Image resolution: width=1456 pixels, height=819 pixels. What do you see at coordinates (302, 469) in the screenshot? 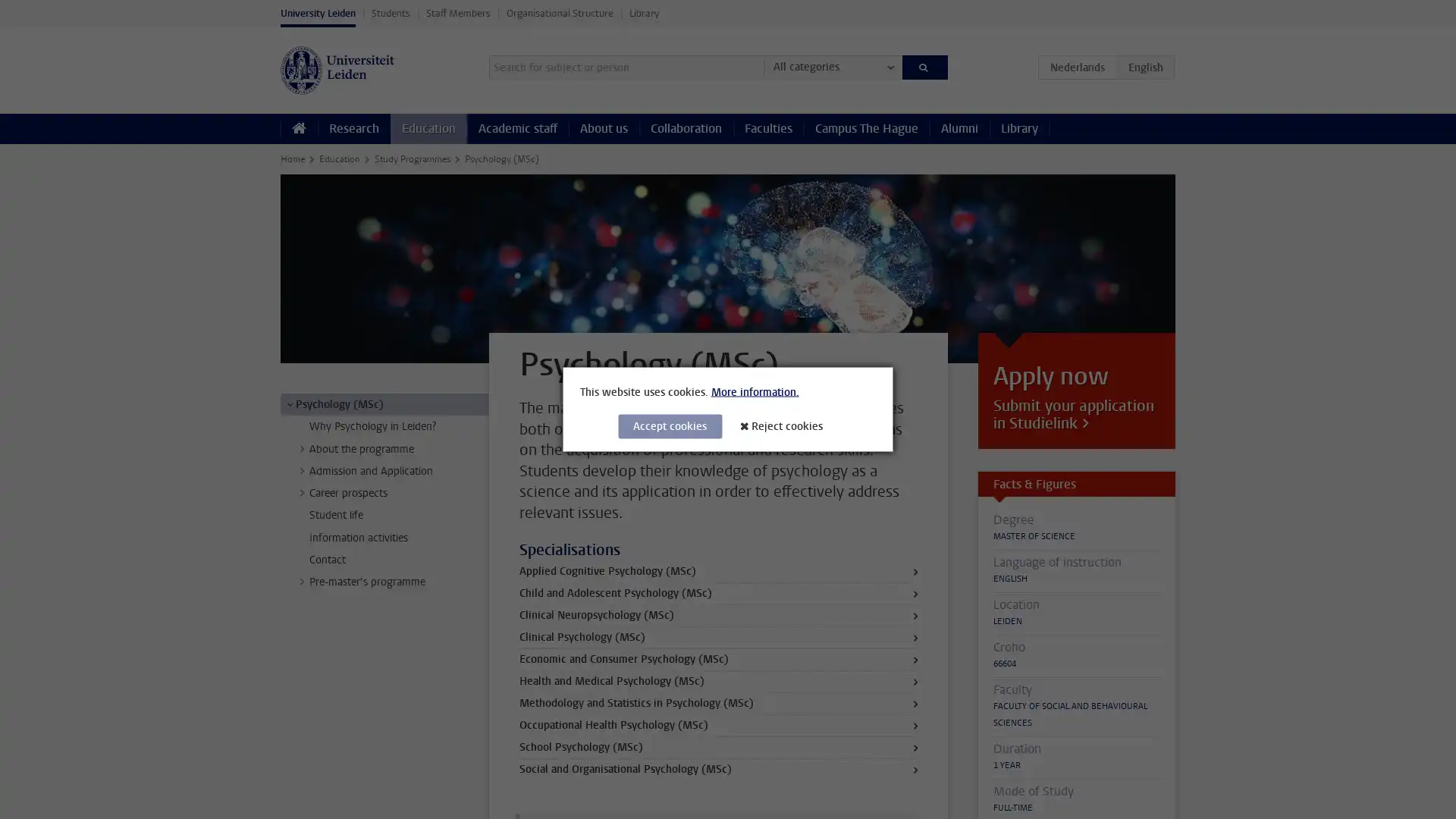
I see `>` at bounding box center [302, 469].